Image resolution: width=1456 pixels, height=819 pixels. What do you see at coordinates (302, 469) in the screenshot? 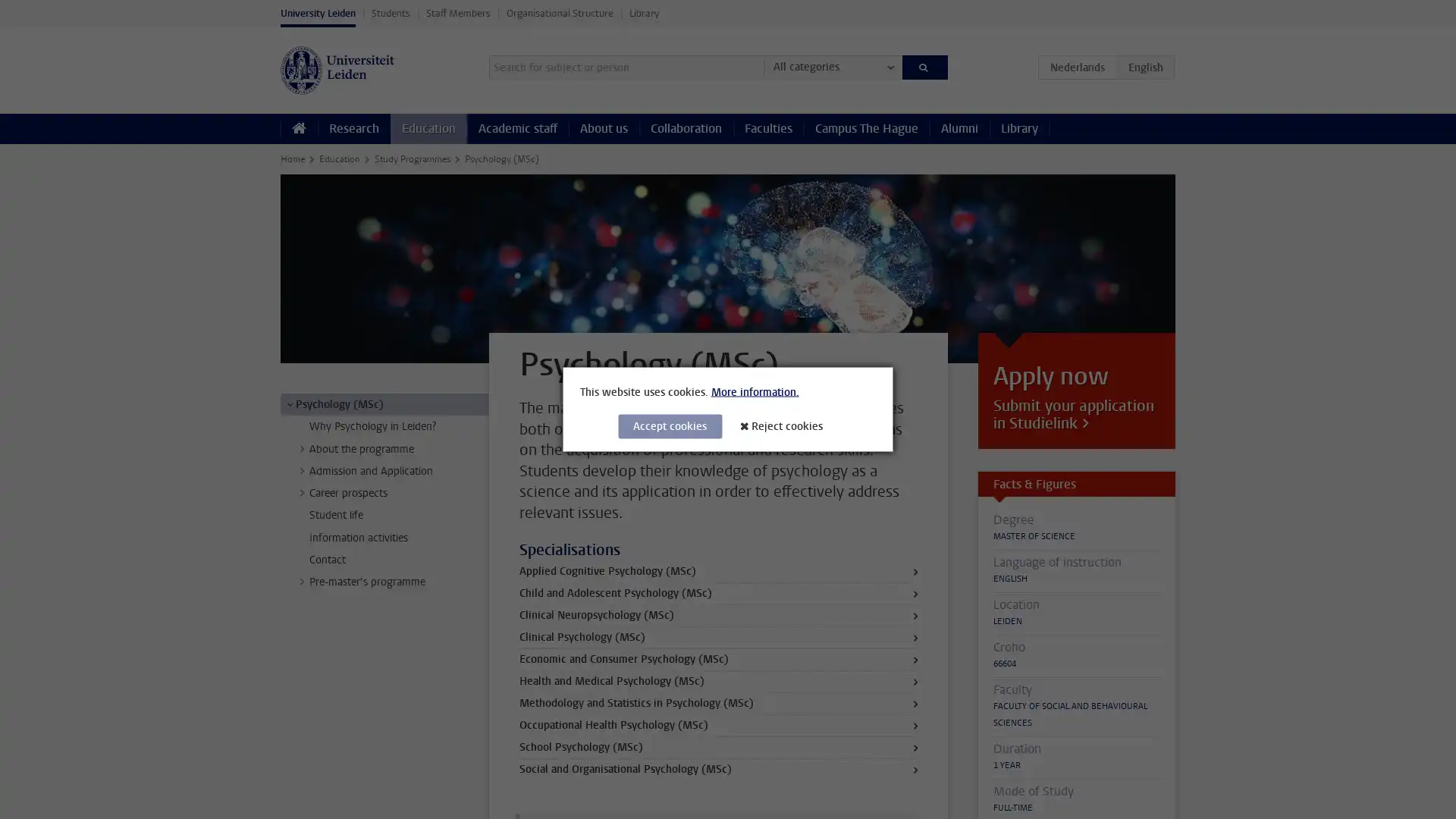
I see `>` at bounding box center [302, 469].